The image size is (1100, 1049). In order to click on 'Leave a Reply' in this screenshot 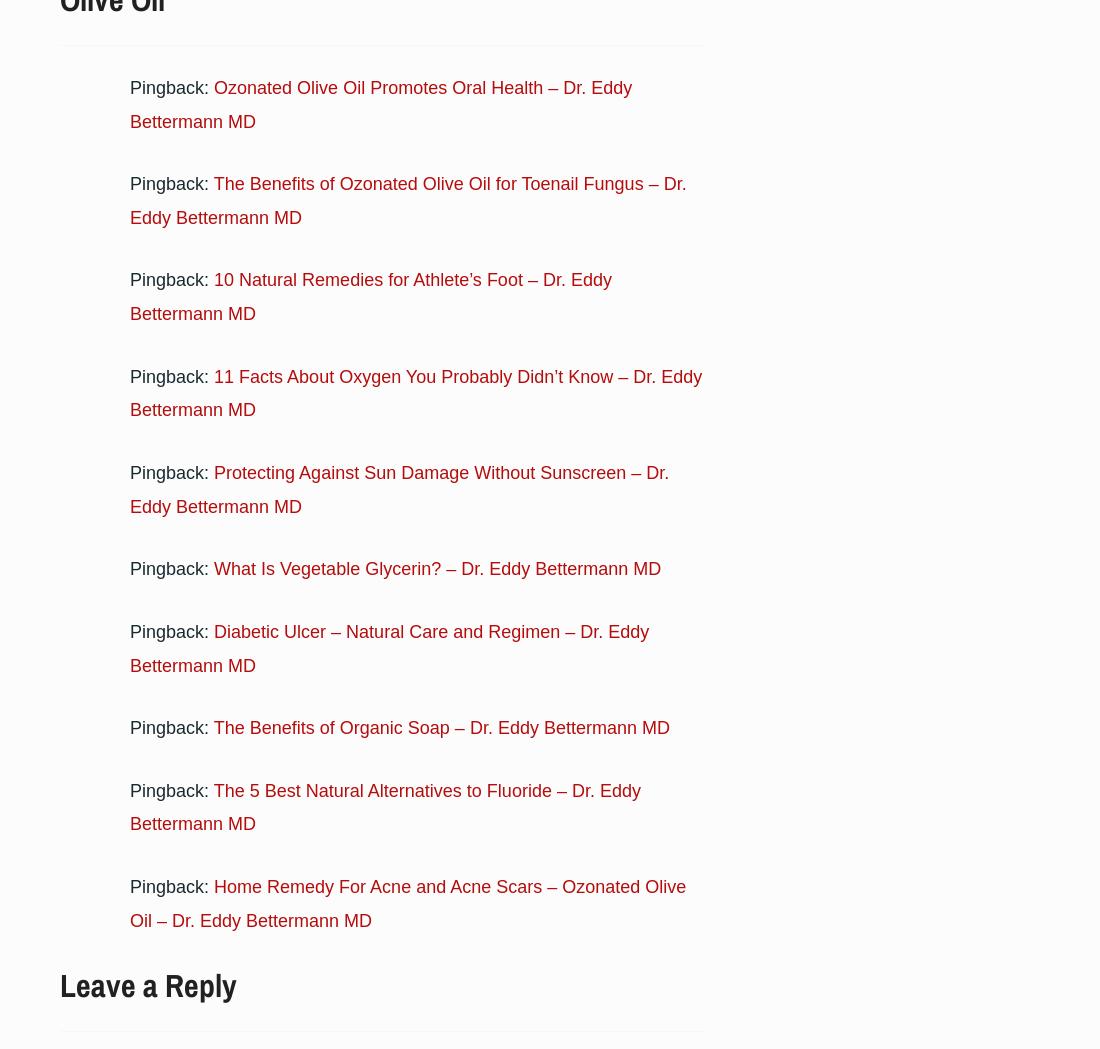, I will do `click(58, 984)`.